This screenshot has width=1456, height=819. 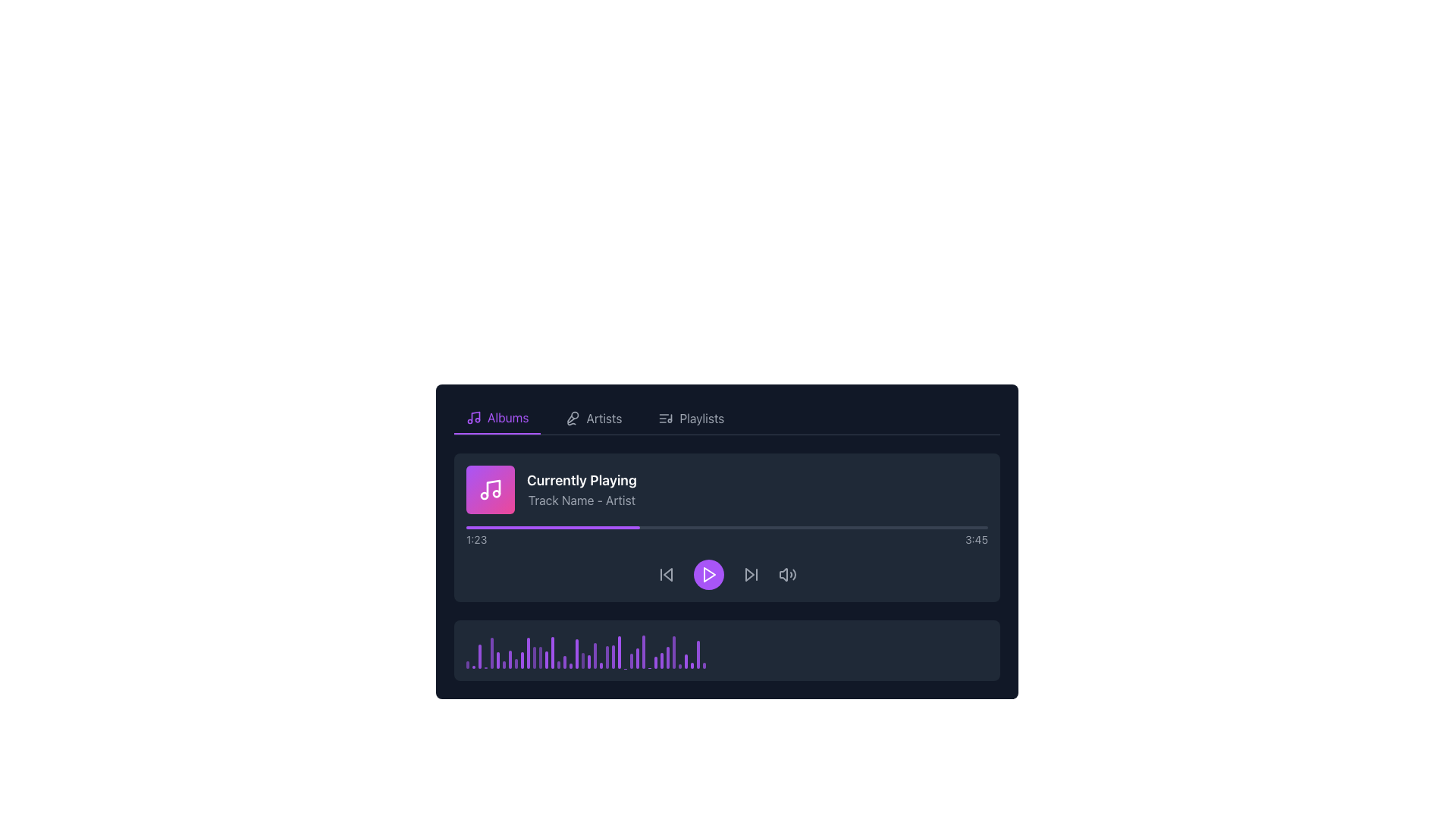 I want to click on the horizontal progress bar located below the 'Currently Playing' section, which features a purple filled section and textual indicators of time, so click(x=726, y=536).